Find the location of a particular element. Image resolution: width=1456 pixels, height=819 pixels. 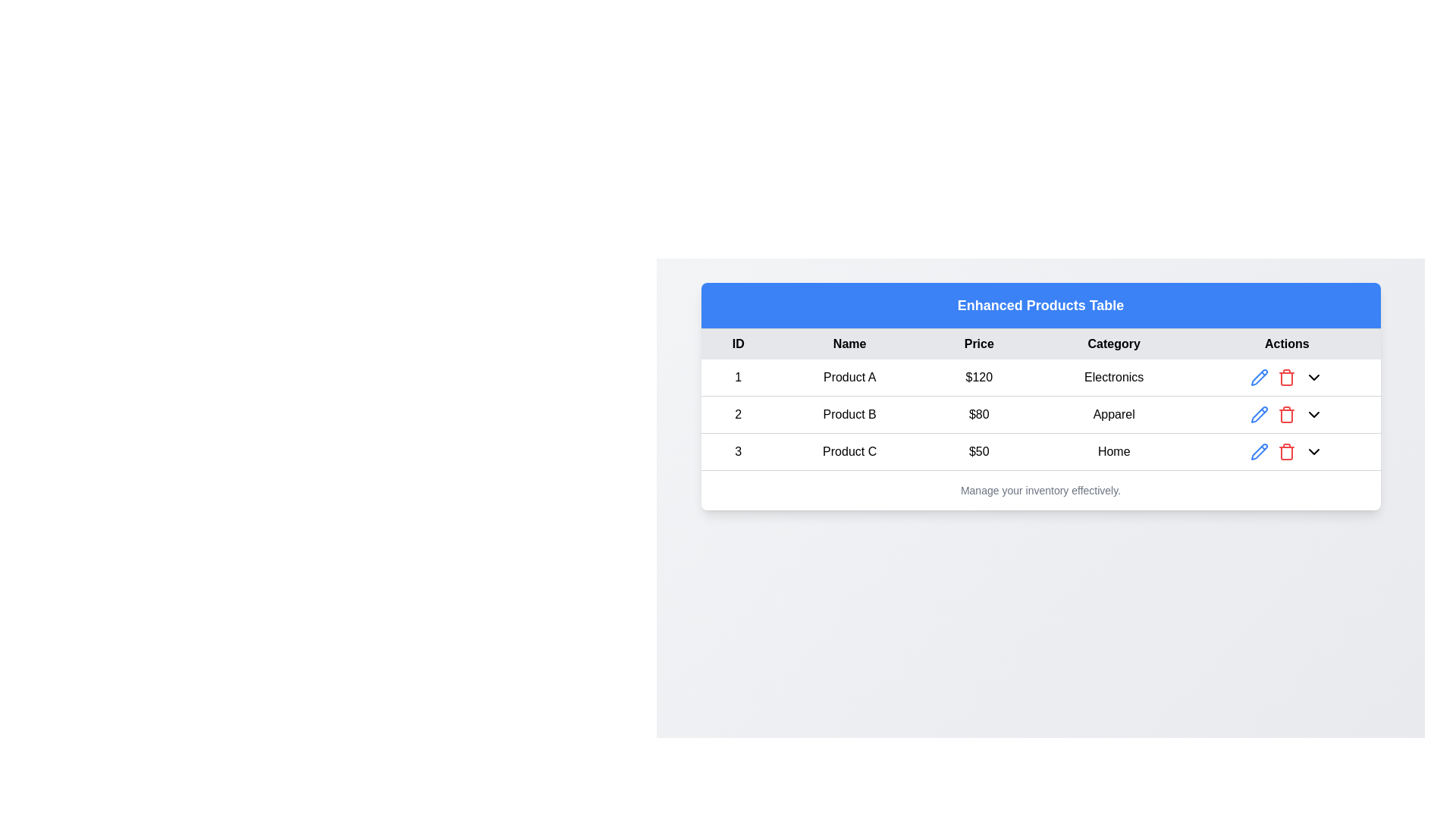

text 'Product B' located in the second row and second column of the table cell is located at coordinates (849, 415).